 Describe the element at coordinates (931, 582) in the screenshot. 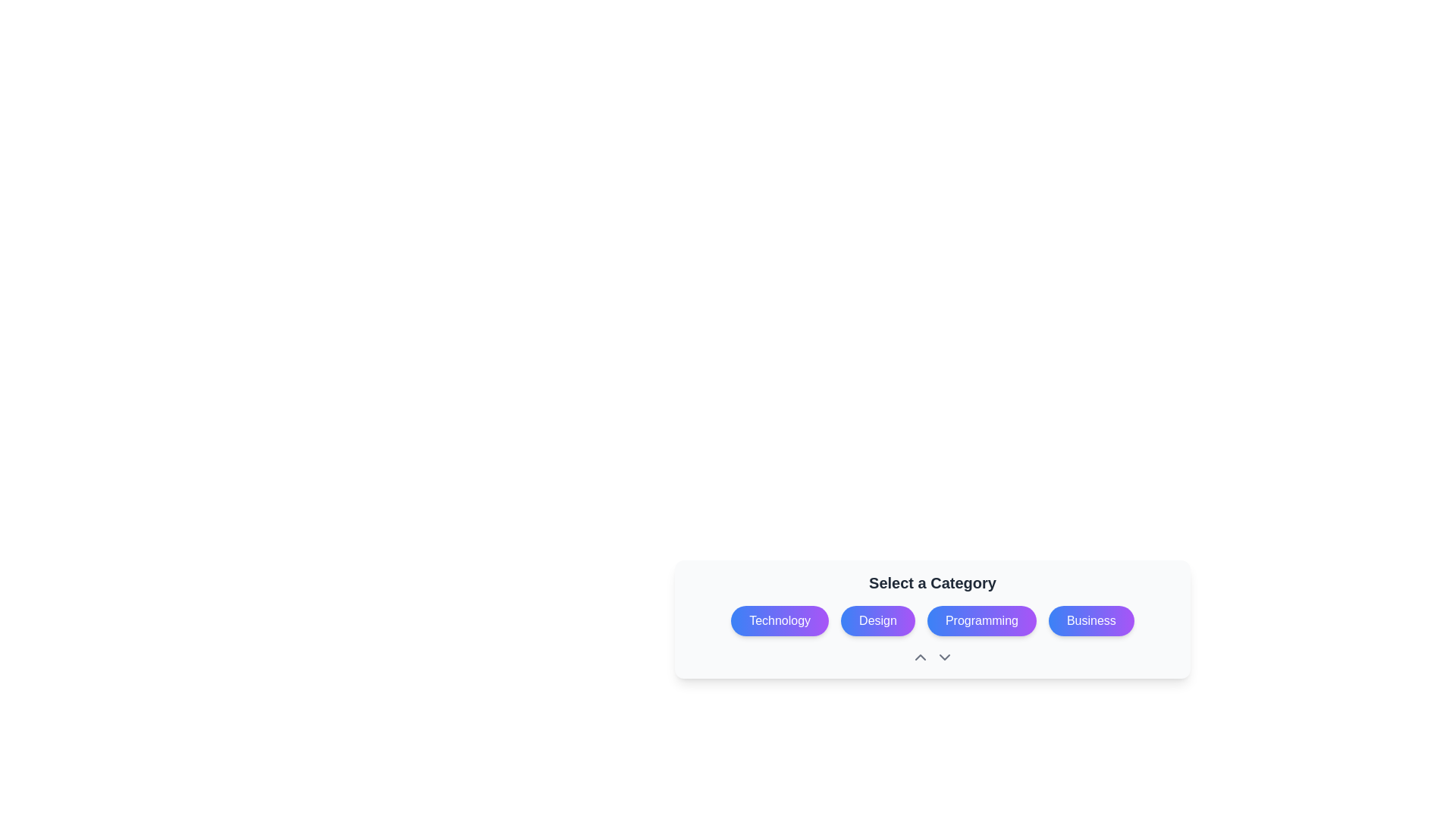

I see `the Text label or heading that indicates the purpose of the interactive elements, located above the buttons for 'Technology', 'Design', 'Programming', and 'Business'` at that location.